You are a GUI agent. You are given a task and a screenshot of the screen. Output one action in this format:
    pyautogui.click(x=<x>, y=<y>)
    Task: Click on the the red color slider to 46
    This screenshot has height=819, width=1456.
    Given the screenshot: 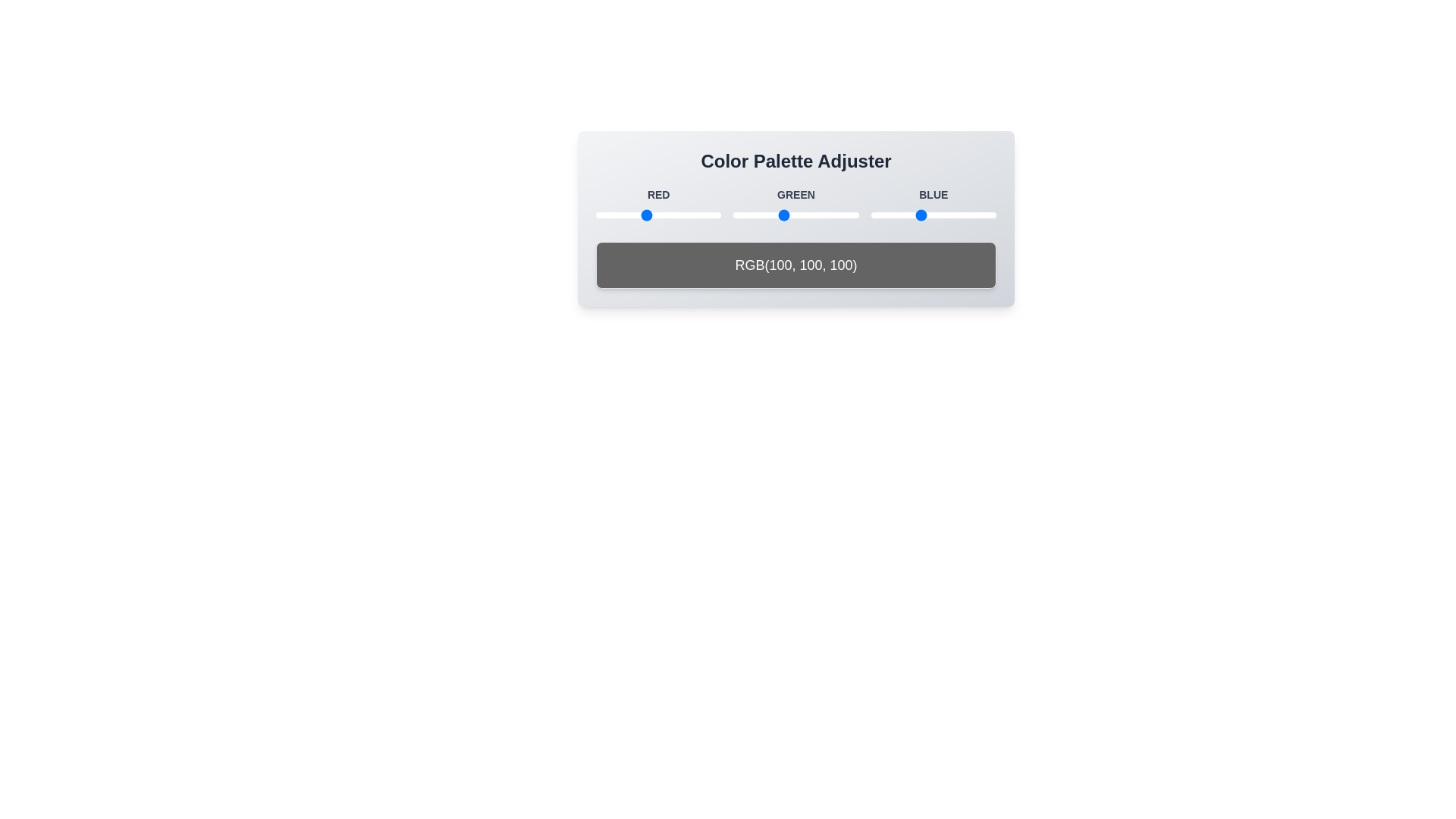 What is the action you would take?
    pyautogui.click(x=618, y=215)
    